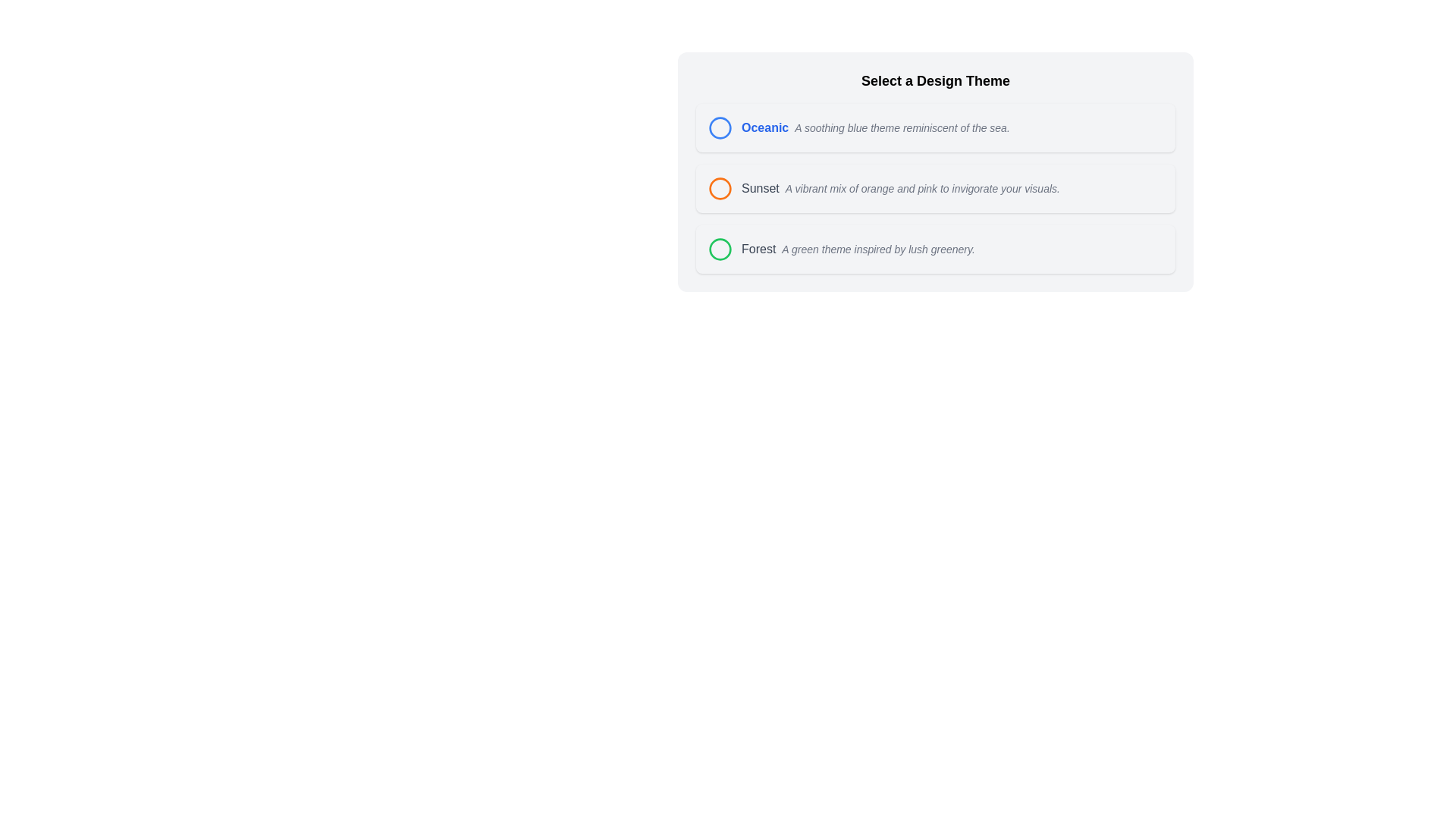  I want to click on the green circular theme toggle icon located to the left of the 'Forest' label in the third row, so click(720, 248).